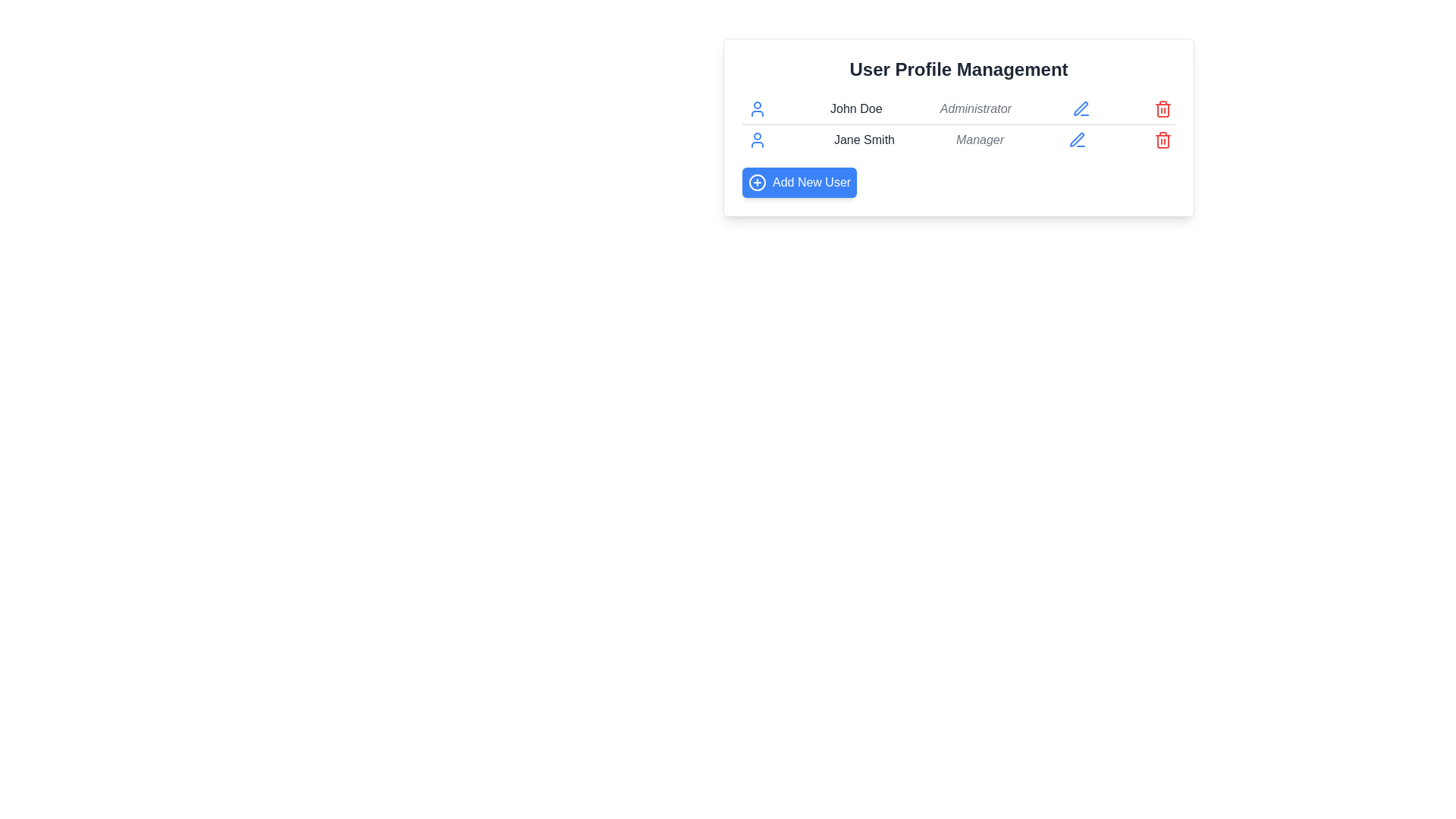  I want to click on the static text label displaying the role 'Manager' associated with the user 'Jane Smith', located in the second row of the user profile list, so click(980, 140).